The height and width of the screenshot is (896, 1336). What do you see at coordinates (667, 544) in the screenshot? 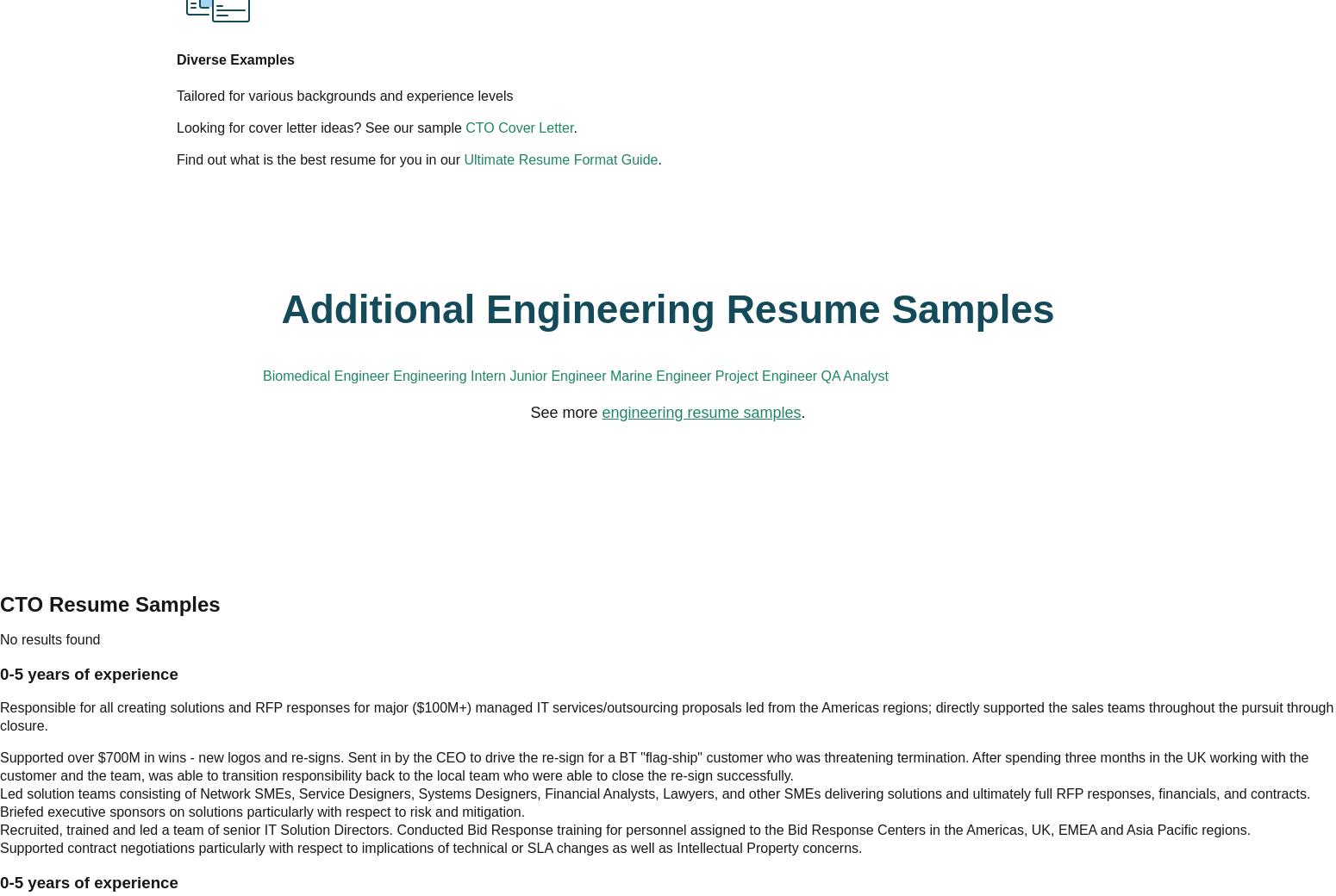
I see `'CTO Resume Samples'` at bounding box center [667, 544].